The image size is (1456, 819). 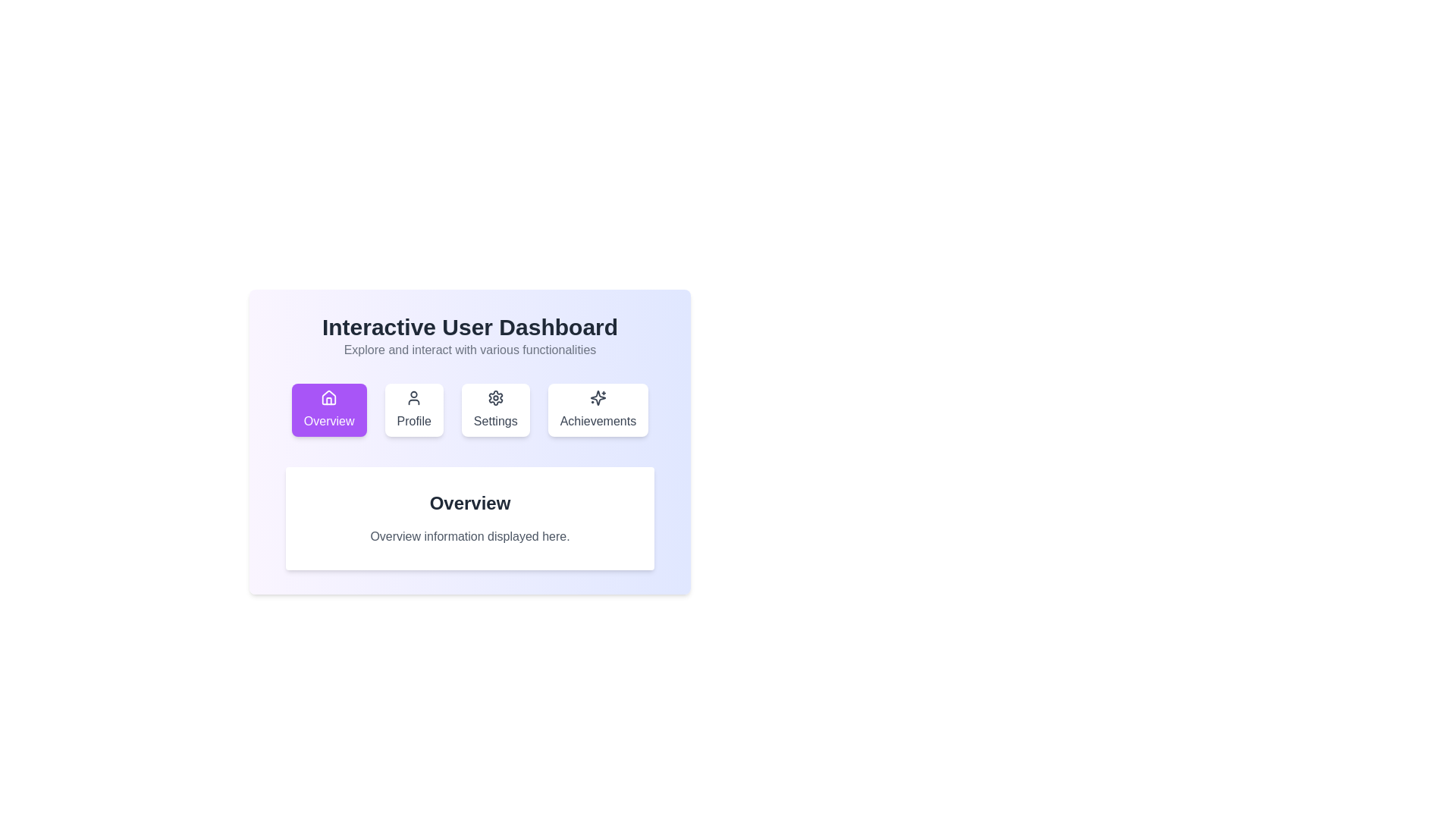 What do you see at coordinates (597, 409) in the screenshot?
I see `the 'Achievements' button, which is the fourth button in the row under the 'Interactive User Dashboard' header, to activate its visual hover effect` at bounding box center [597, 409].